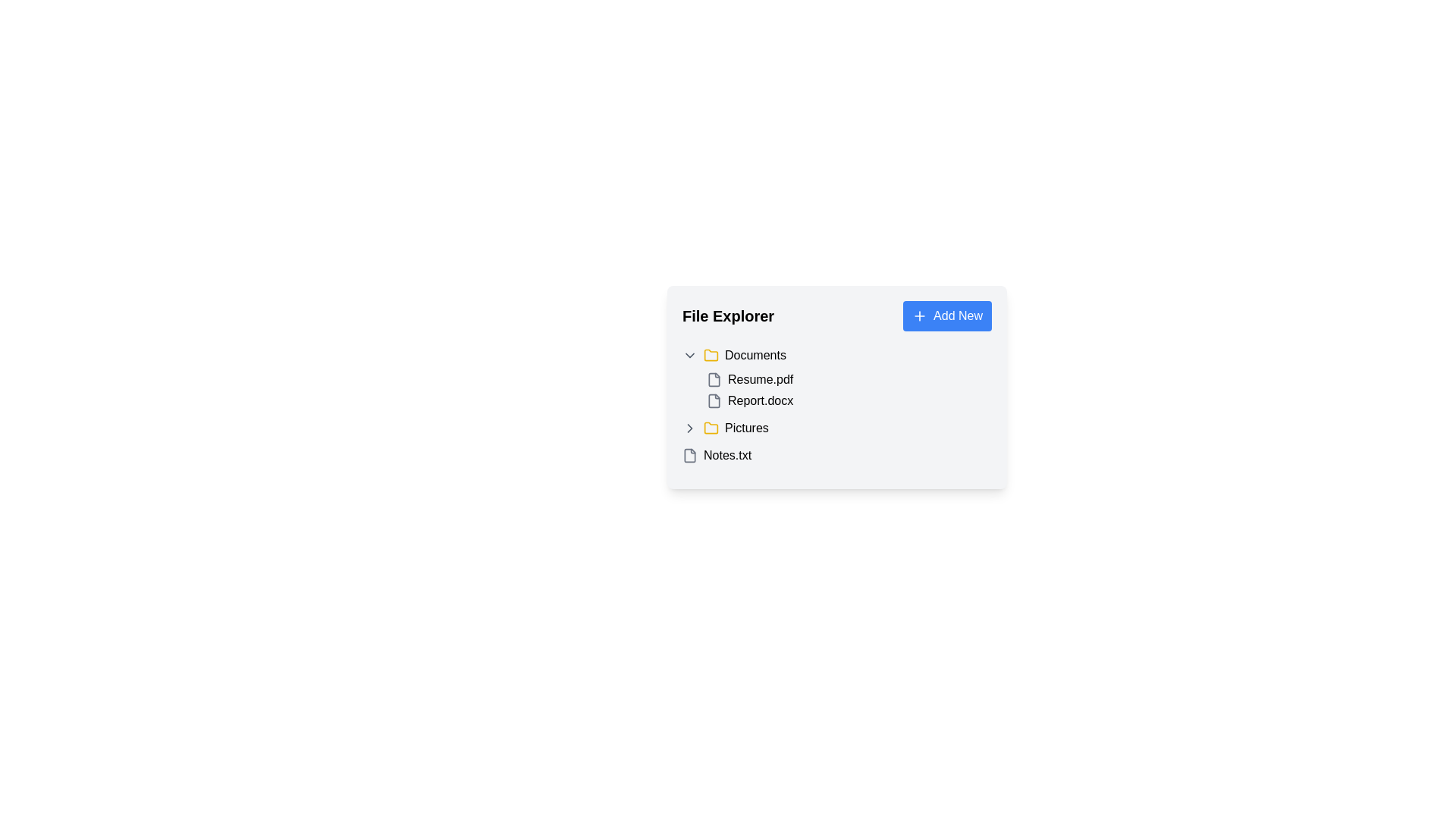 This screenshot has width=1456, height=819. Describe the element at coordinates (689, 428) in the screenshot. I see `the chevron icon located at the first position in the 'Pictures' row of the file explorer interface` at that location.